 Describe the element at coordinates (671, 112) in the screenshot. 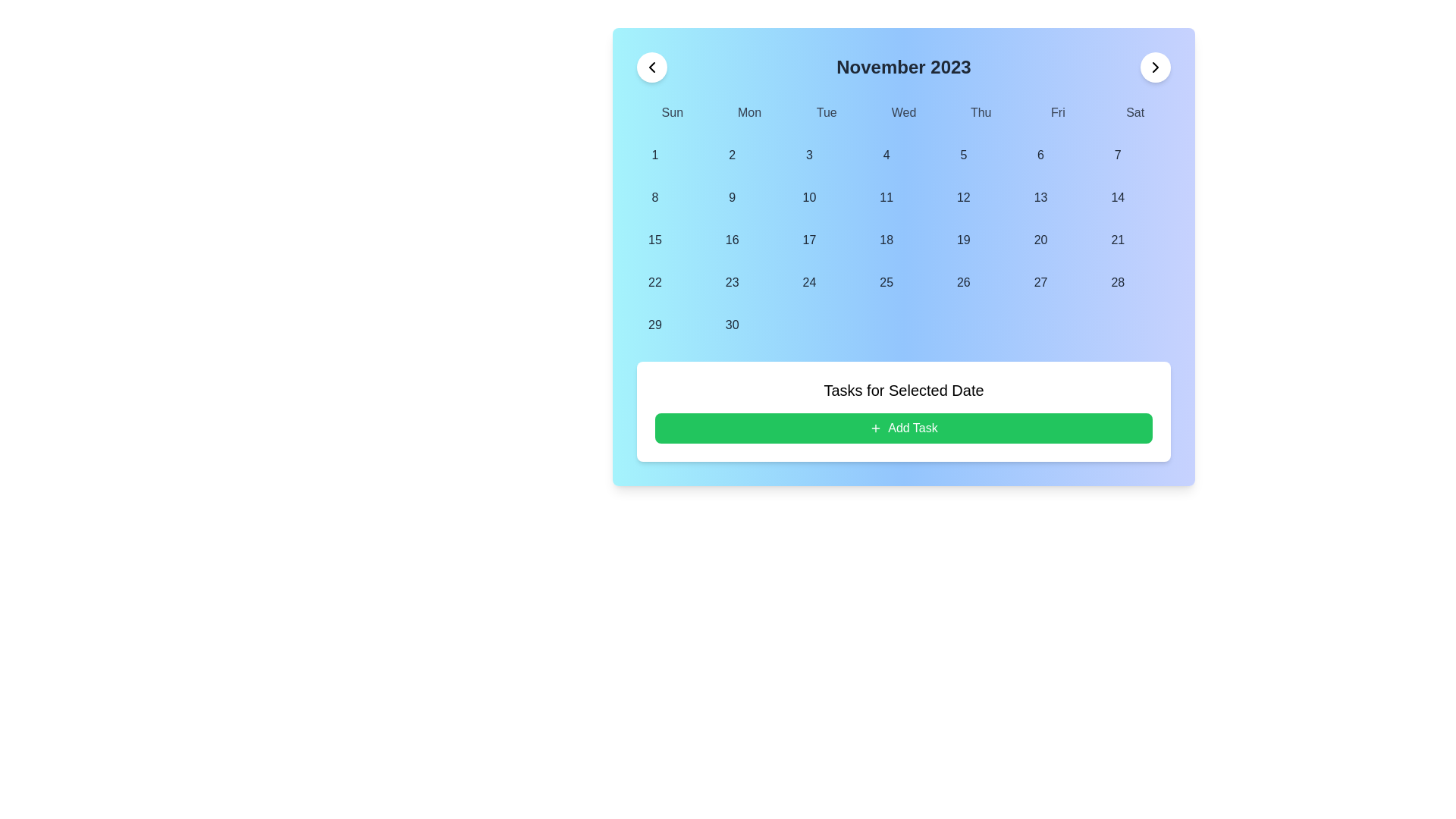

I see `the text label displaying 'Sun', which is the first label in the grid layout for the days of the week` at that location.